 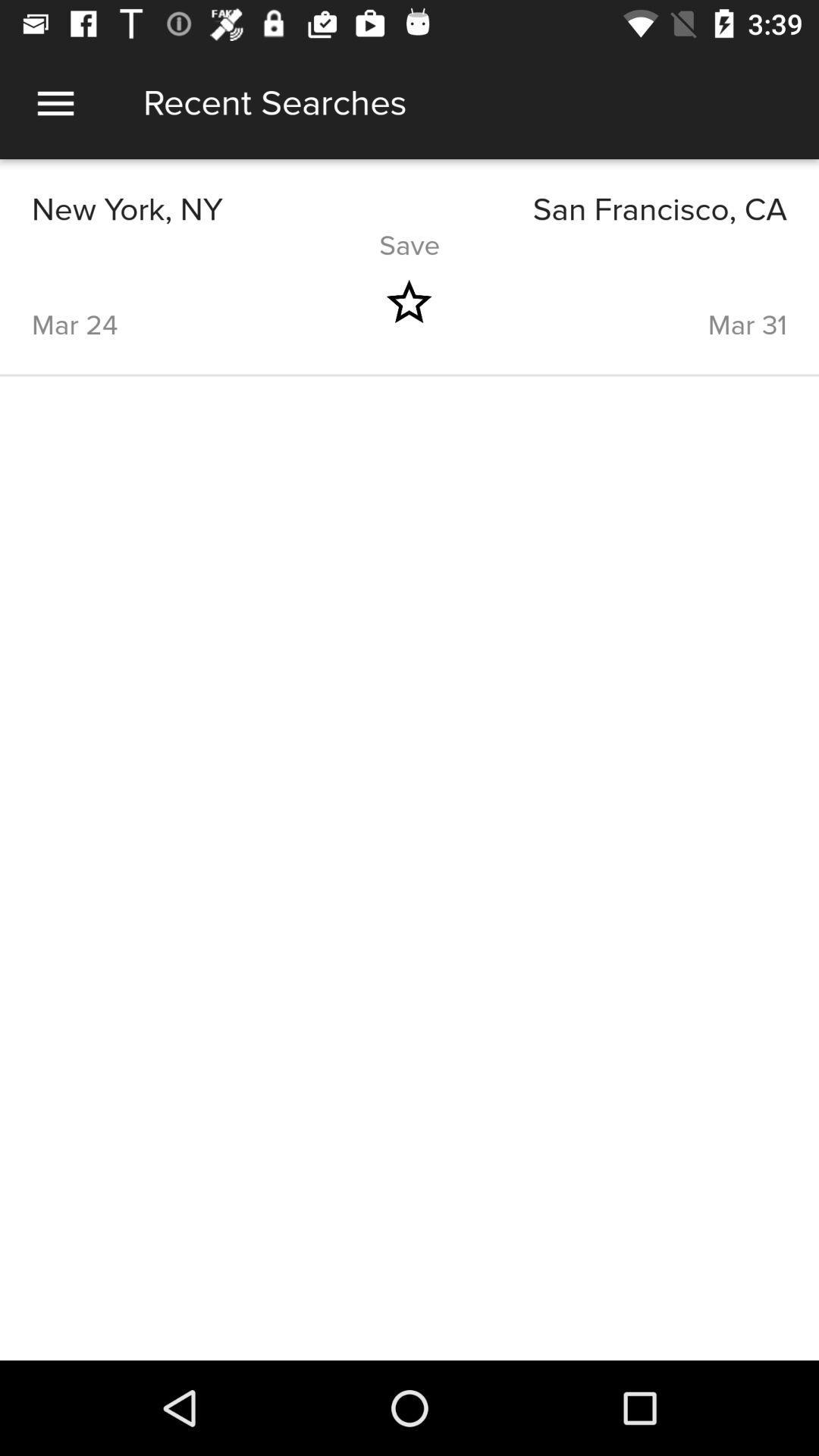 I want to click on icon below save item, so click(x=182, y=302).